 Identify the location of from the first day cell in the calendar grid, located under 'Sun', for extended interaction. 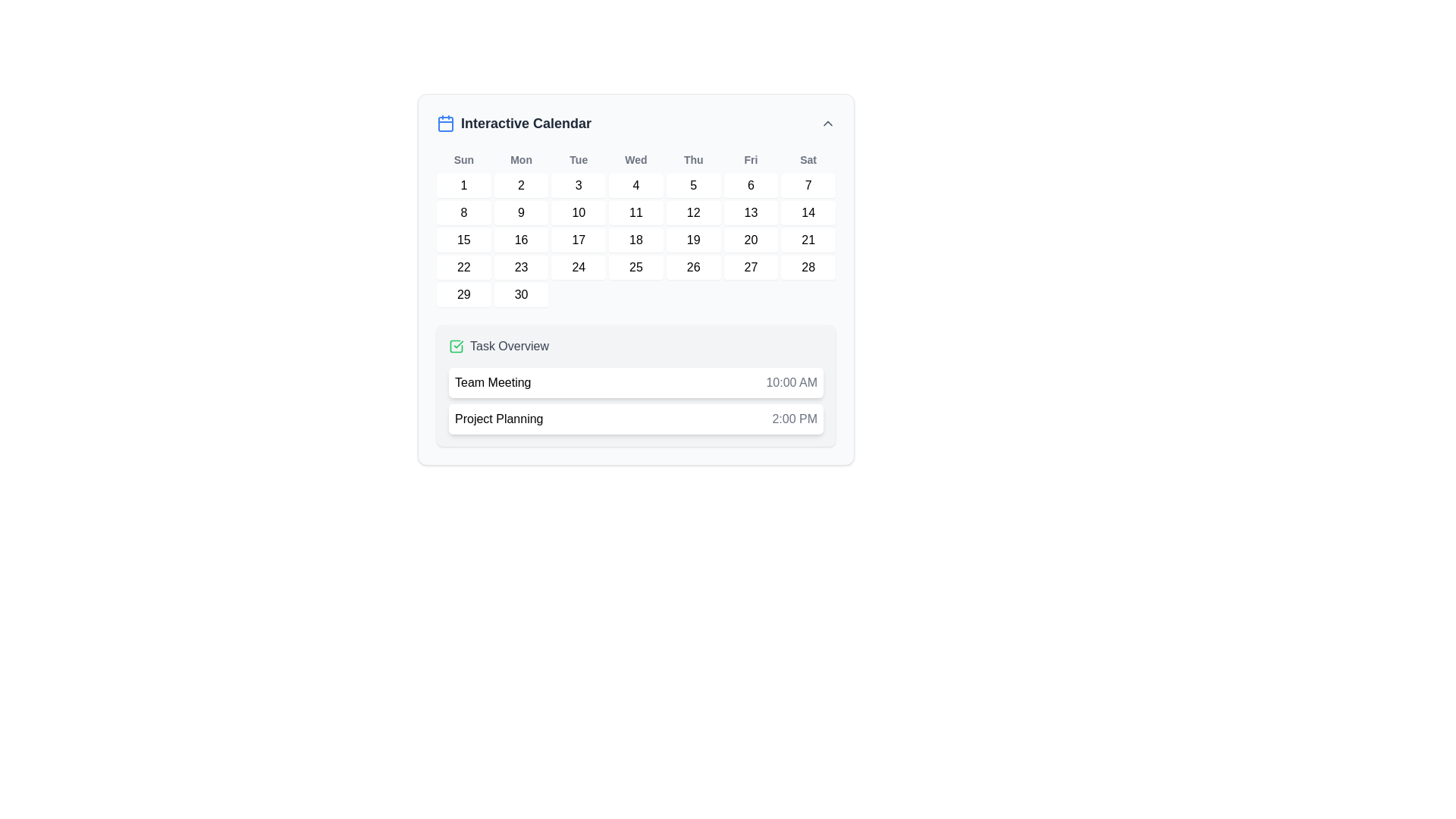
(463, 185).